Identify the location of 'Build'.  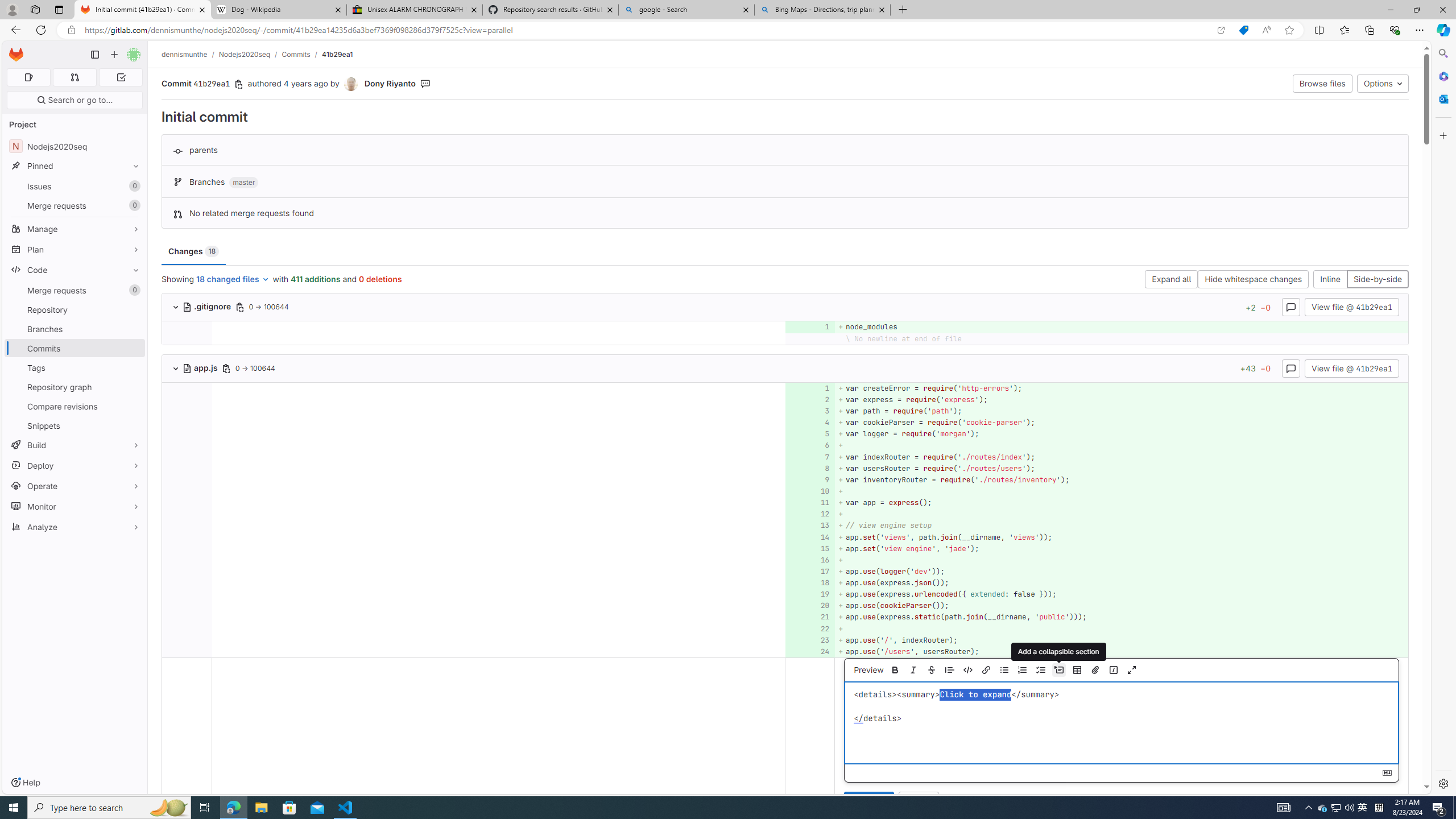
(74, 444).